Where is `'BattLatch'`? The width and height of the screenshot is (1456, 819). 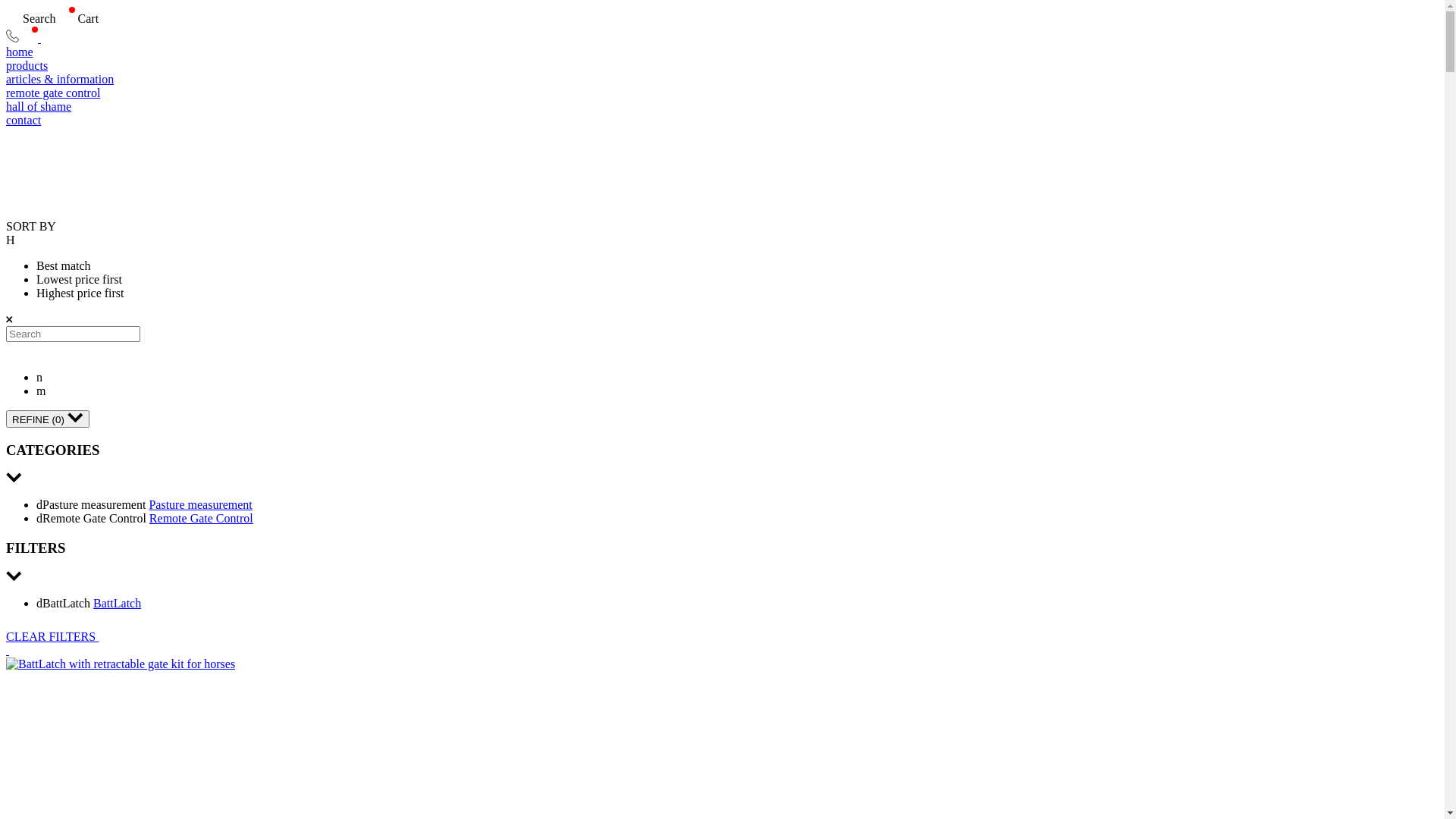
'BattLatch' is located at coordinates (116, 602).